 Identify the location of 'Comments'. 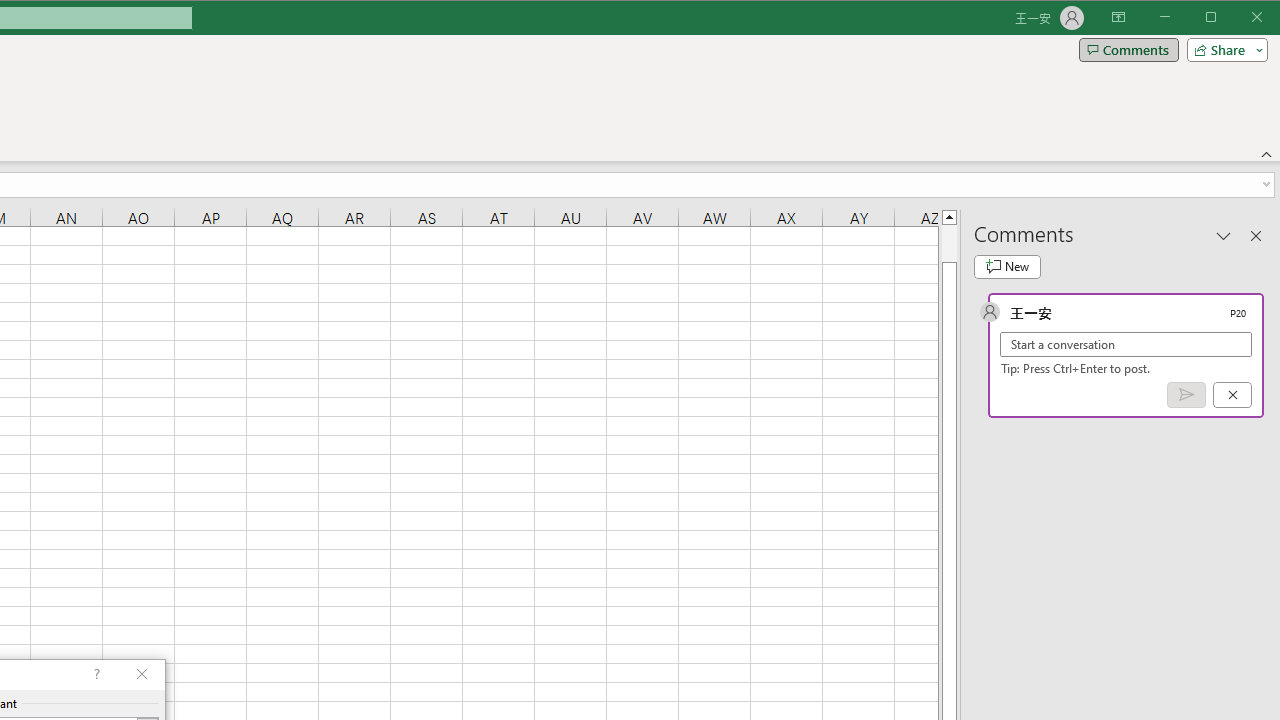
(1128, 49).